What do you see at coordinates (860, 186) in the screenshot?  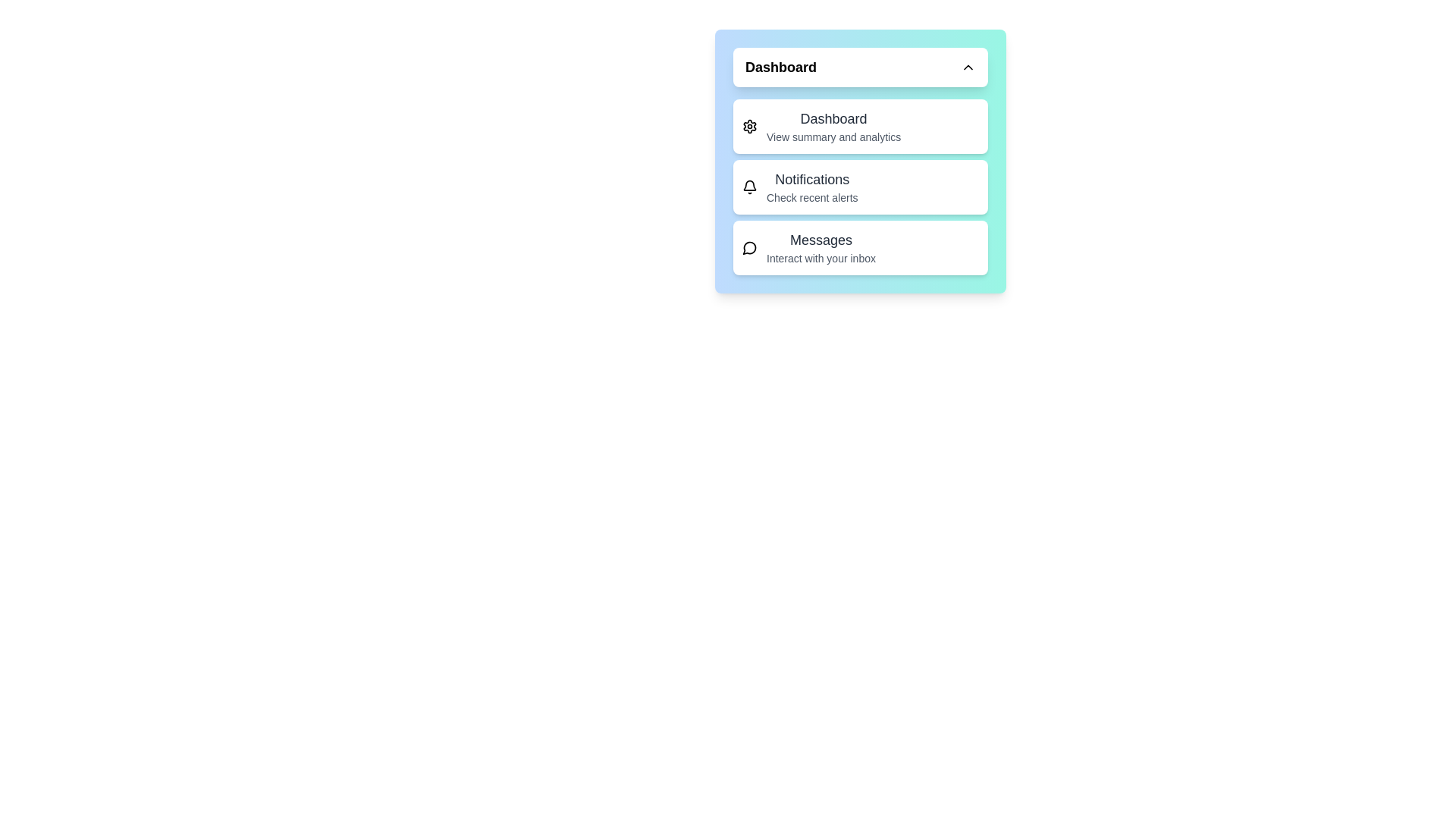 I see `the menu item Notifications by clicking on it` at bounding box center [860, 186].